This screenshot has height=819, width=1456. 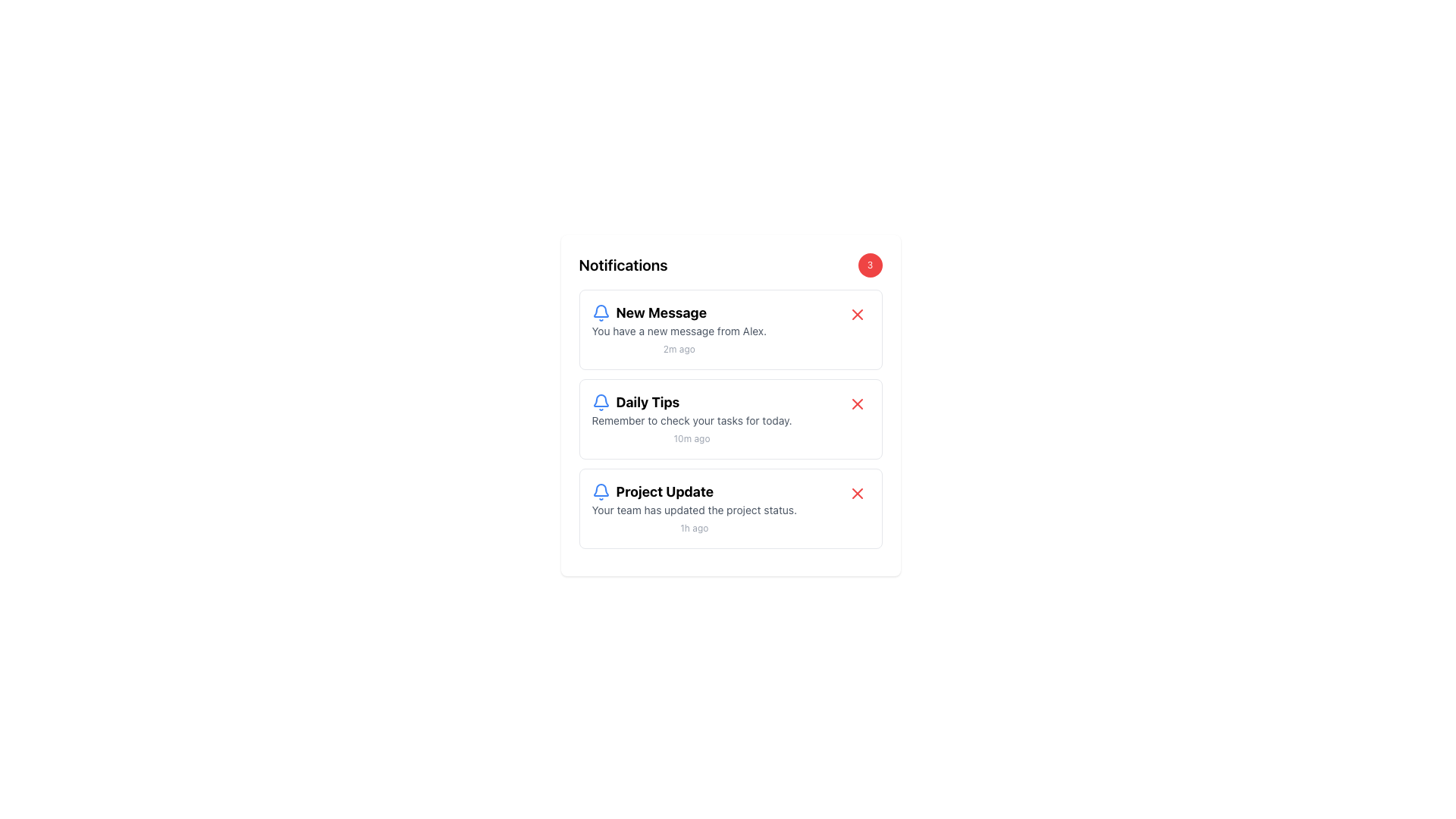 I want to click on the dismiss icon in the first notification card under the 'Notifications' heading, so click(x=857, y=314).